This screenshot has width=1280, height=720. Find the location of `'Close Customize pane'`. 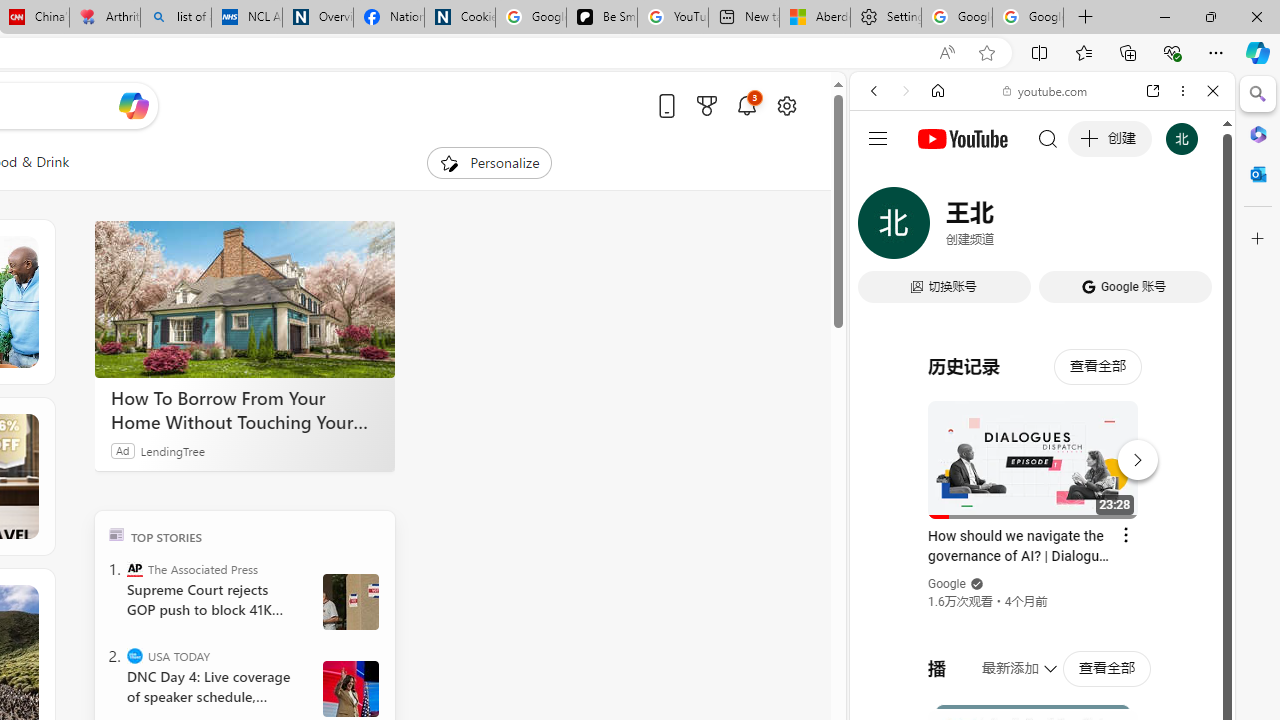

'Close Customize pane' is located at coordinates (1257, 238).